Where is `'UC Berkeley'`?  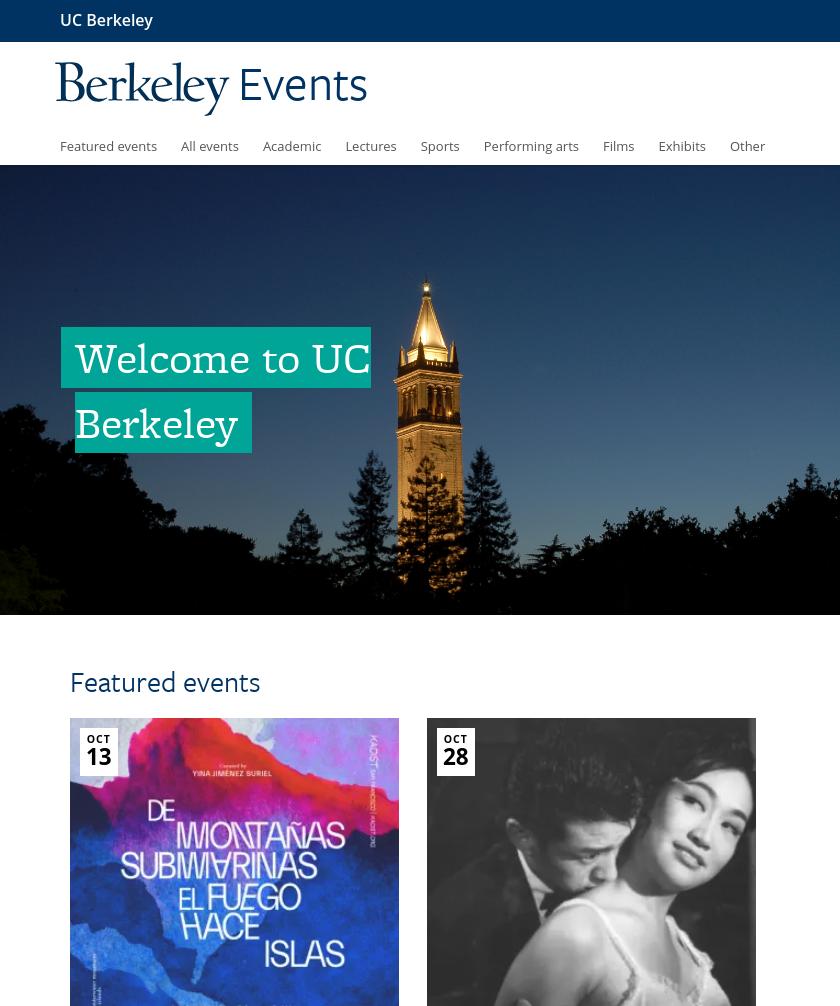
'UC Berkeley' is located at coordinates (106, 20).